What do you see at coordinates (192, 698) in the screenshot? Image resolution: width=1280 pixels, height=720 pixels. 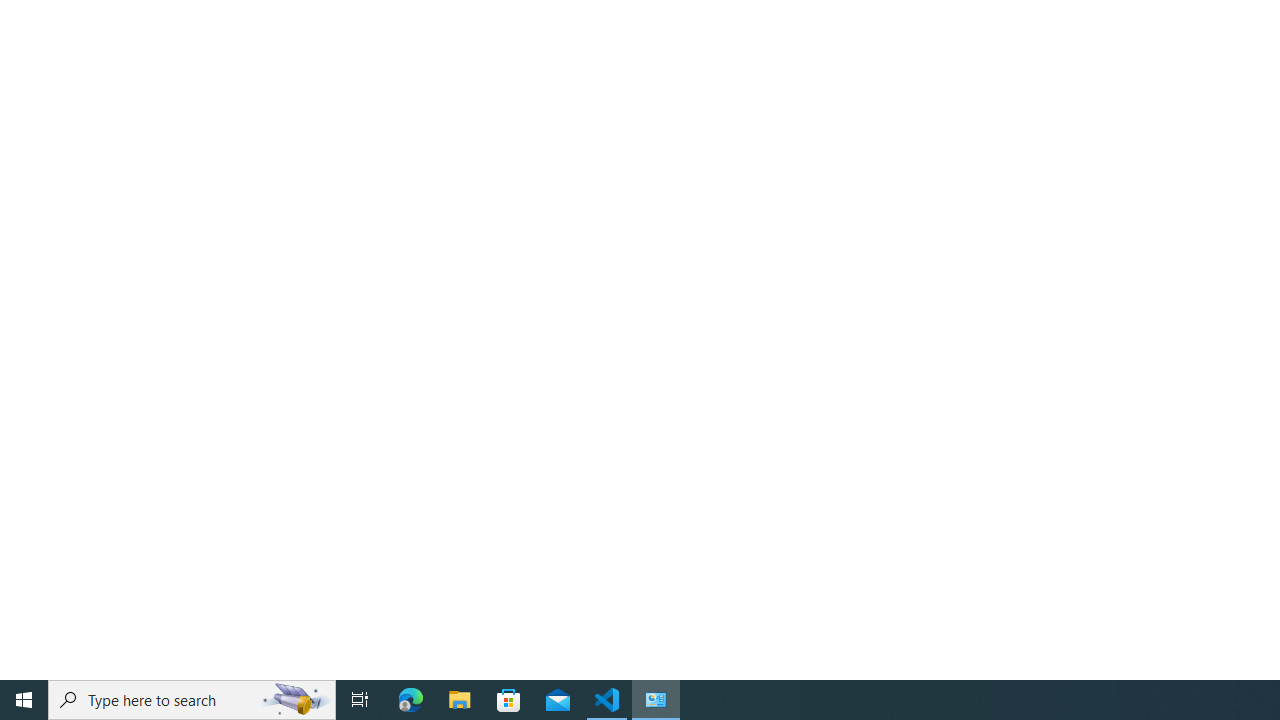 I see `'Type here to search'` at bounding box center [192, 698].